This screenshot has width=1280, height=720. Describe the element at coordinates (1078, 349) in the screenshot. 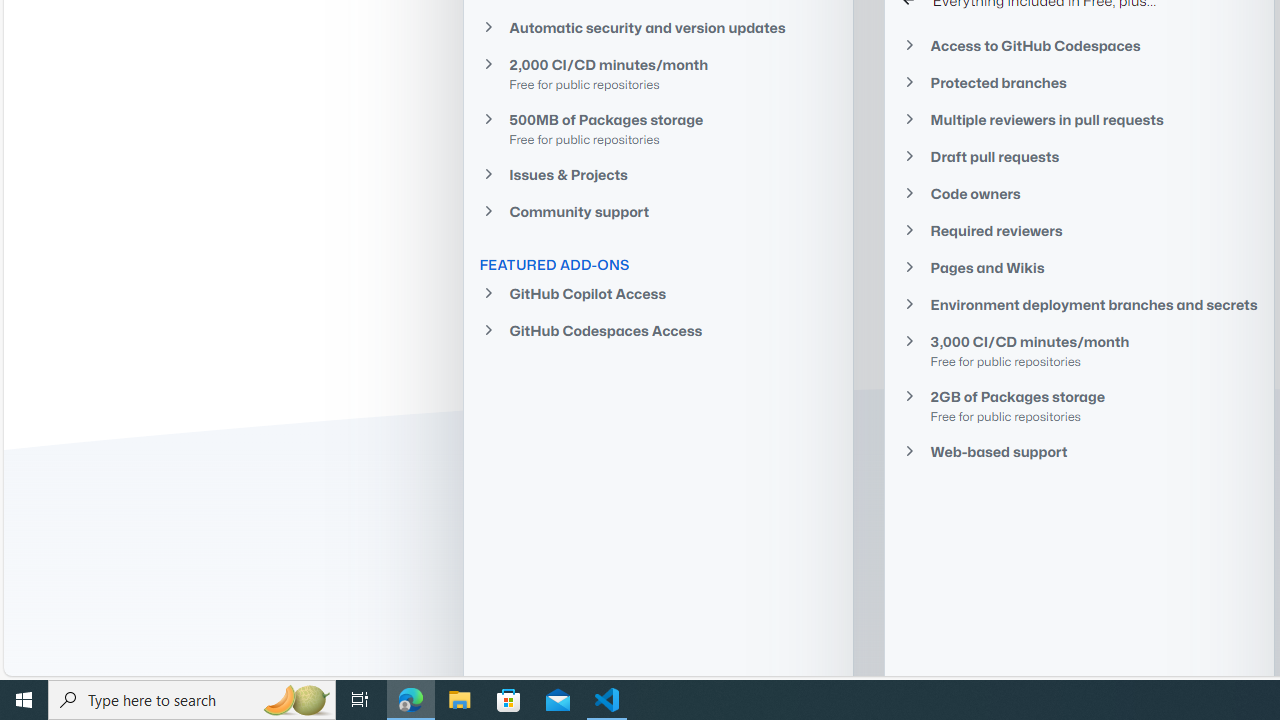

I see `'3,000 CI/CD minutes/monthFree for public repositories'` at that location.